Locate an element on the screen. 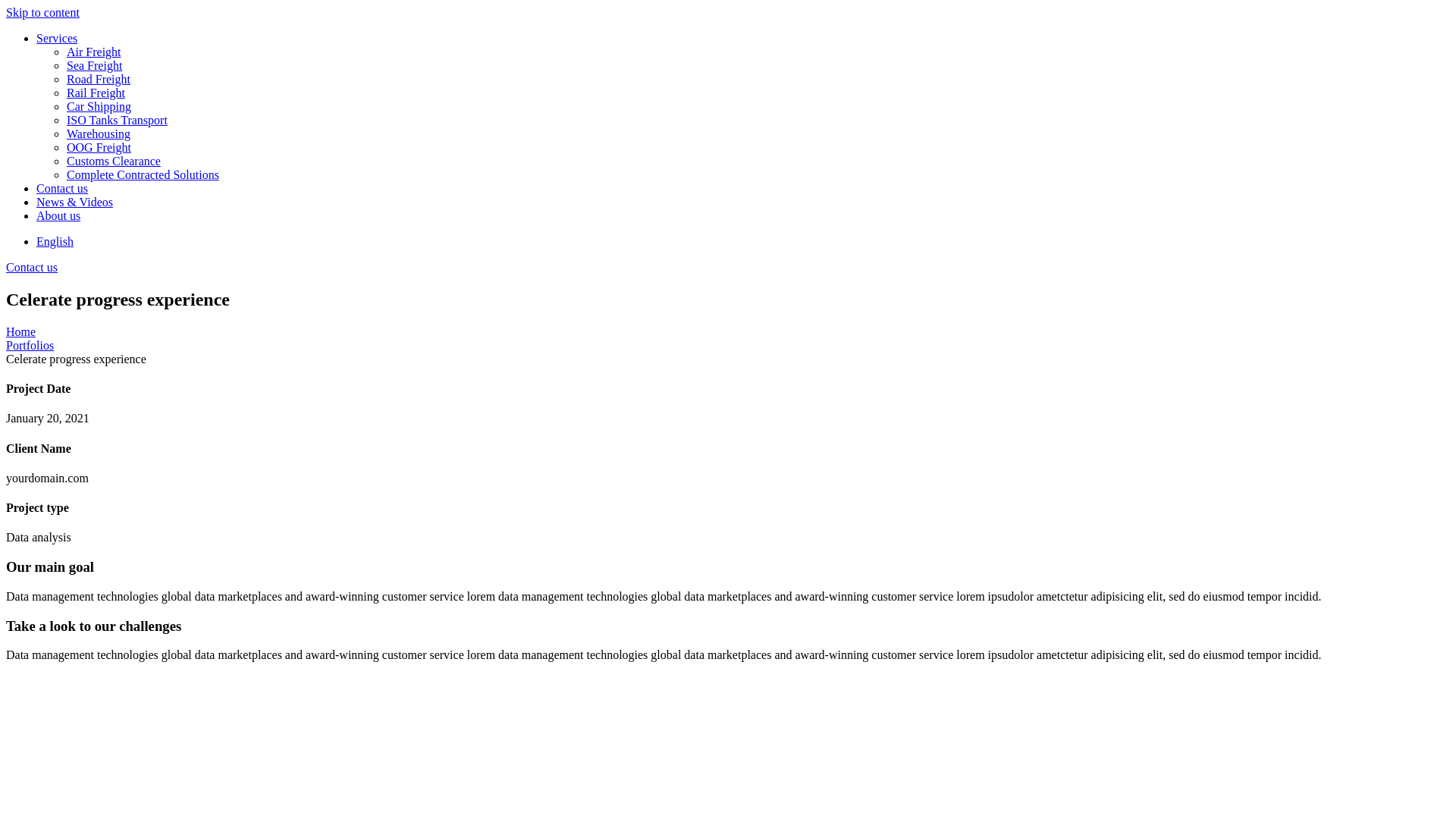 This screenshot has width=1456, height=819. 'Car Shipping' is located at coordinates (65, 106).